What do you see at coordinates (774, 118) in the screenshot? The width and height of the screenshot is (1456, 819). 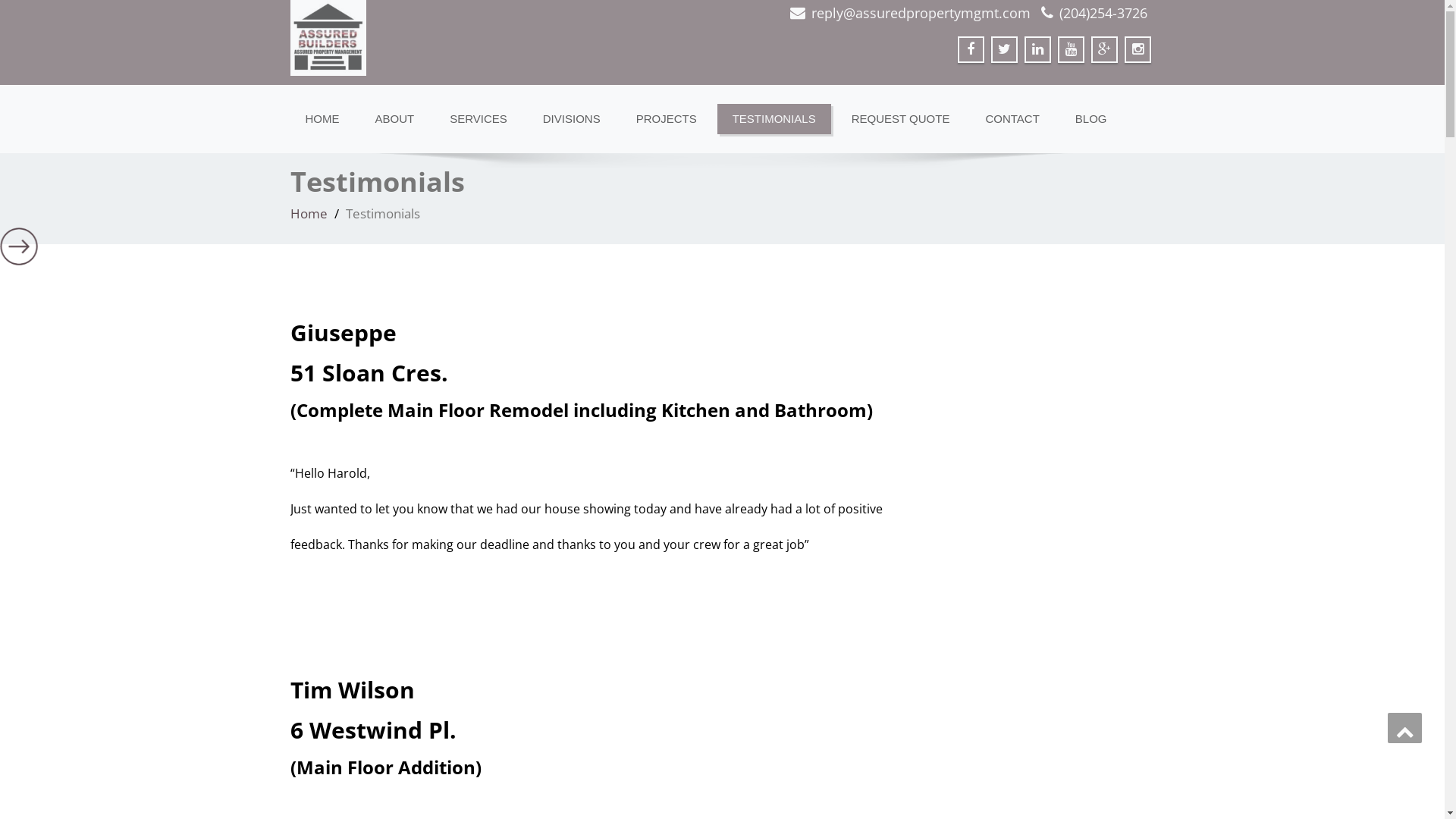 I see `'TESTIMONIALS'` at bounding box center [774, 118].